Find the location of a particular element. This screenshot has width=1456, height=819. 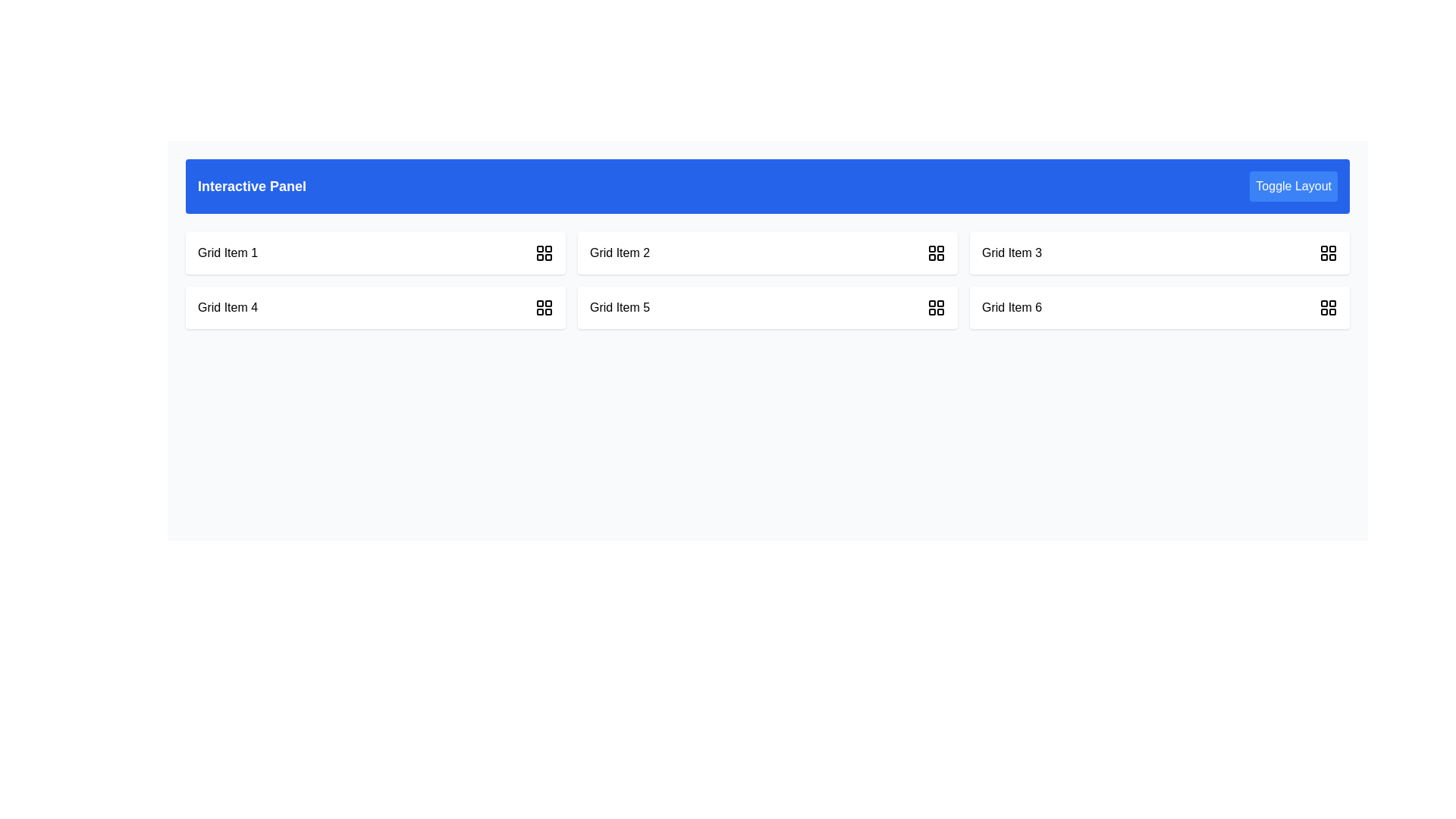

the Text Label that serves as an identifier or label for an item in a grid layout, positioned on the left-most side of the second row beneath 'Grid Item 1' is located at coordinates (227, 307).